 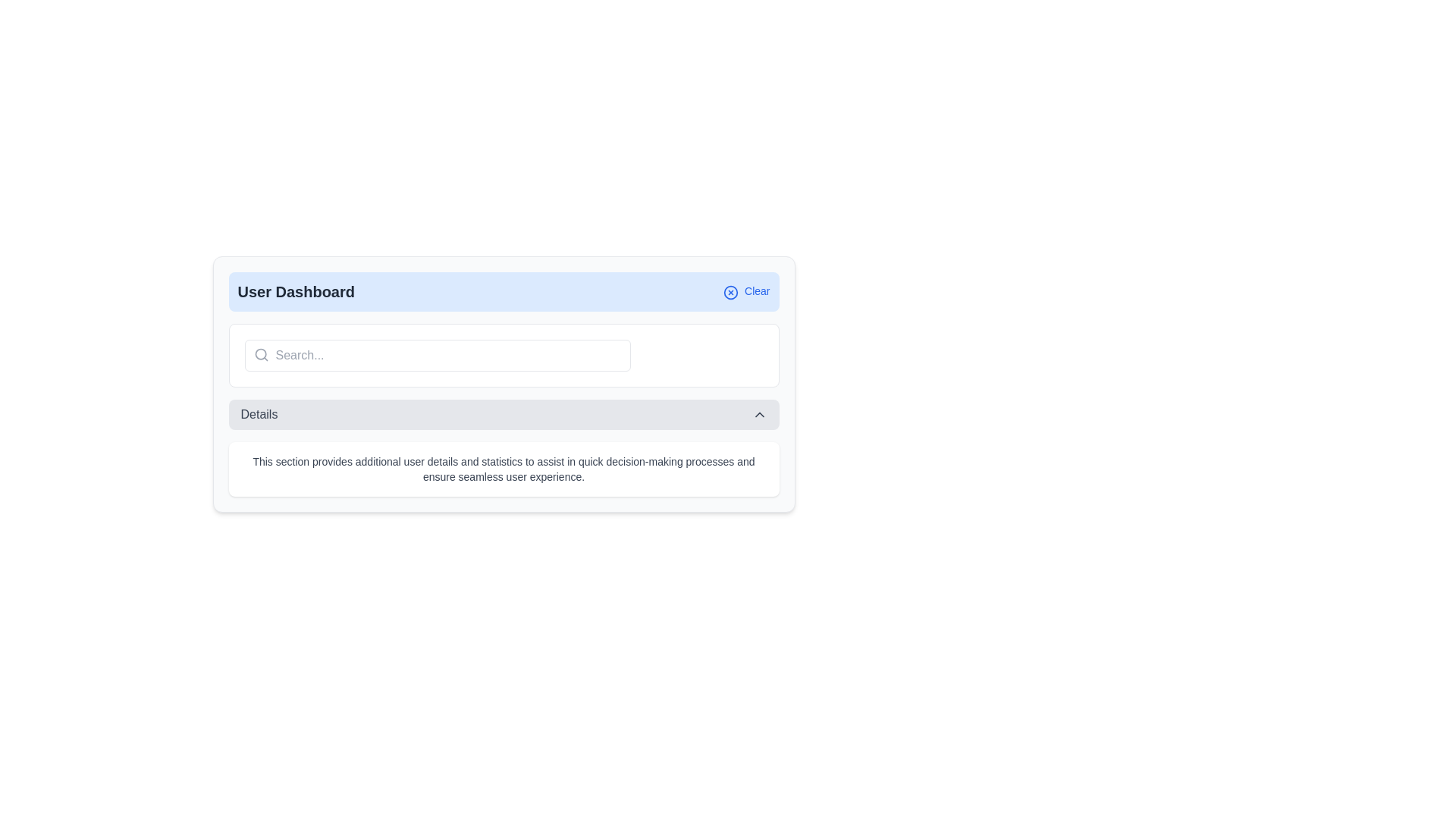 I want to click on the Informational Section located in the User Dashboard panel, specifically the fourth content block below the search bar, so click(x=504, y=447).